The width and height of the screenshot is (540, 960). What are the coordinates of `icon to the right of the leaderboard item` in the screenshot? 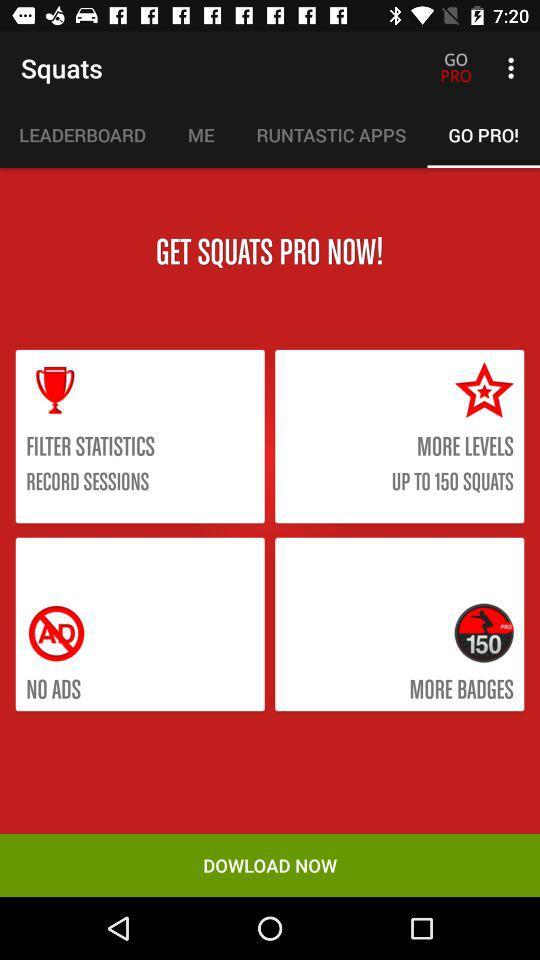 It's located at (201, 134).